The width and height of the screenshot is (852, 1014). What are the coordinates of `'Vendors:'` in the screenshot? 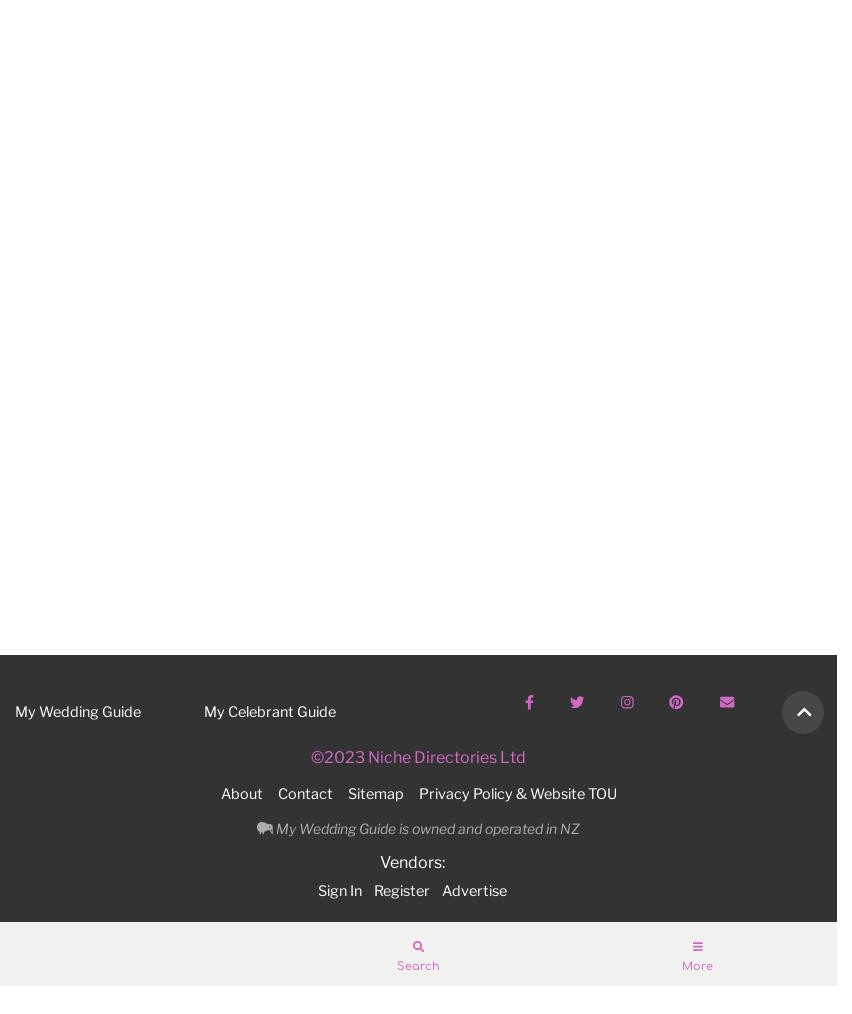 It's located at (378, 860).